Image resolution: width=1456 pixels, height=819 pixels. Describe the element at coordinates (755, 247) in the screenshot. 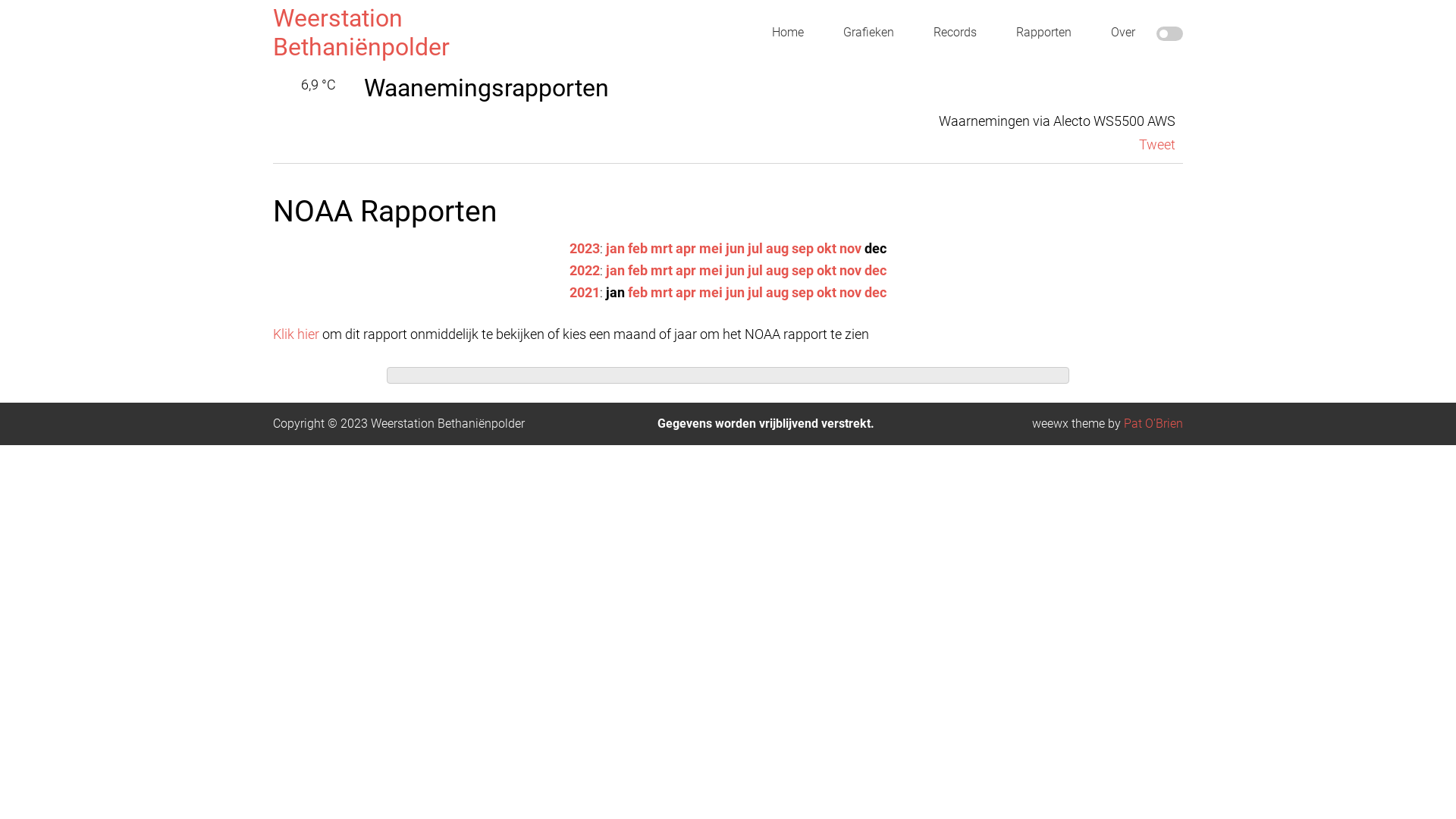

I see `'jul'` at that location.